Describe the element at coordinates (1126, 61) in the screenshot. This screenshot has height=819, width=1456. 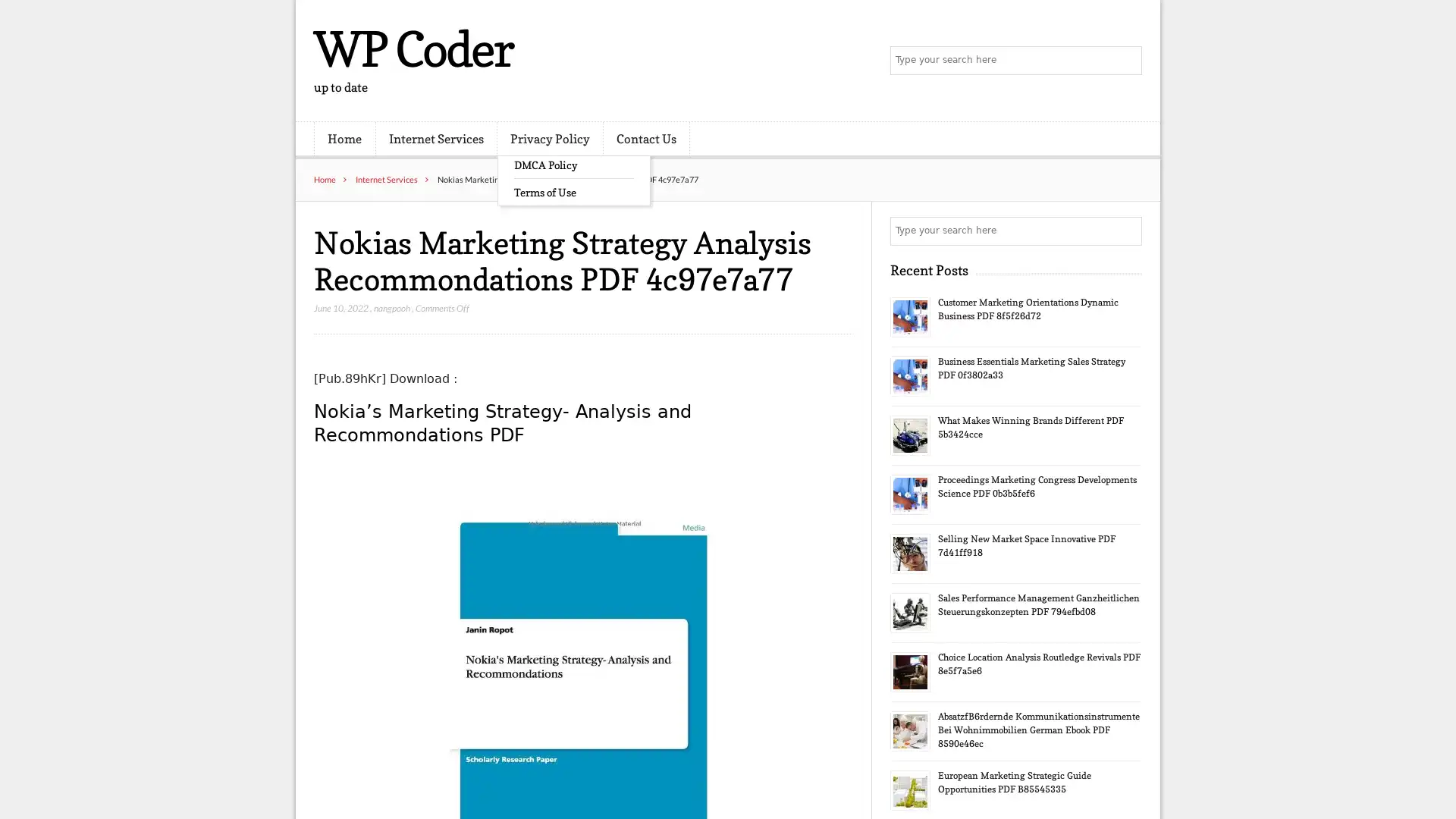
I see `Search` at that location.